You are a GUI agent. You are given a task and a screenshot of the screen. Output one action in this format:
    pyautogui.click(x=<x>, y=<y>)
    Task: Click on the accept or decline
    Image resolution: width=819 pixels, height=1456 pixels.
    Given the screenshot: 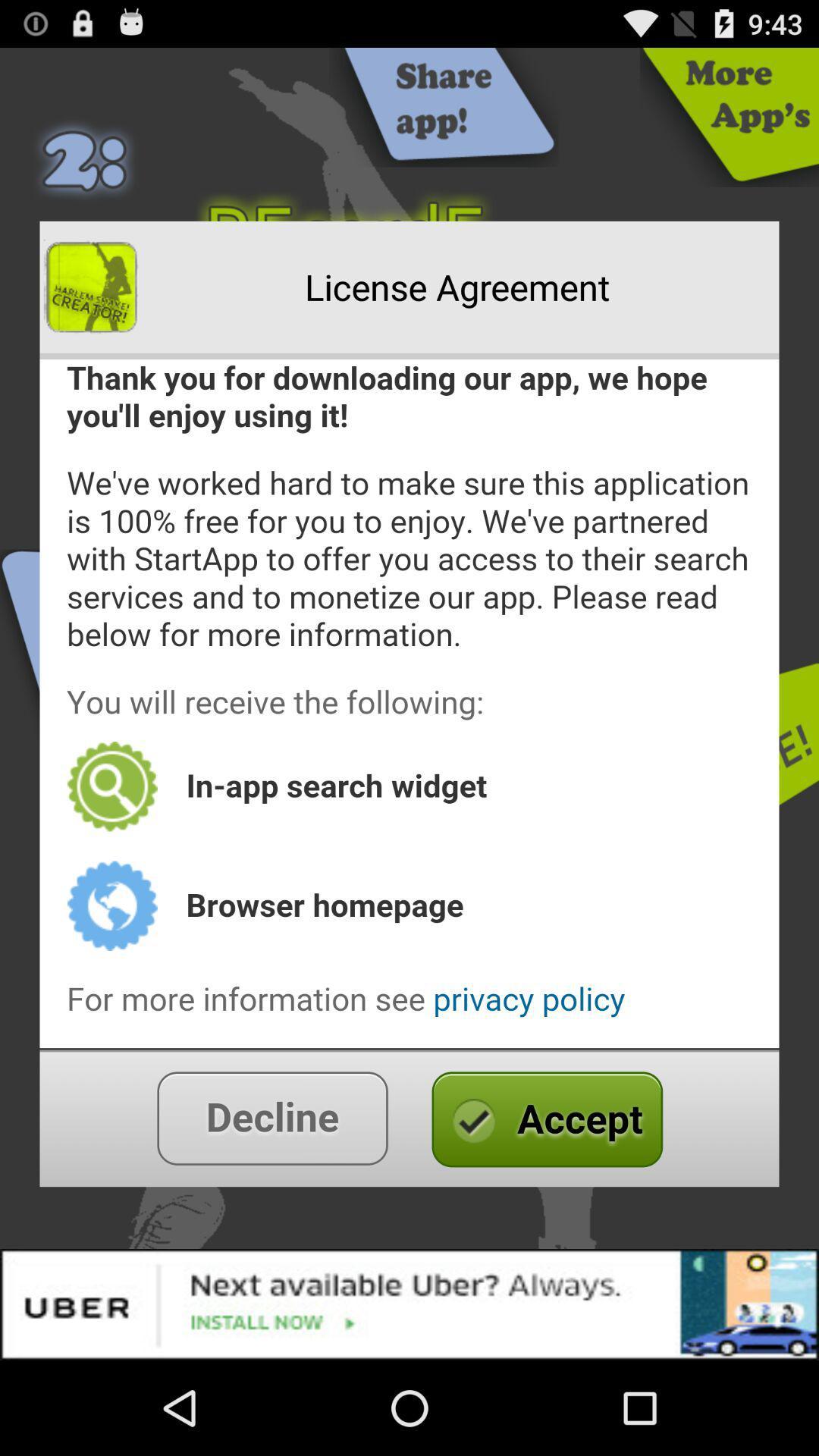 What is the action you would take?
    pyautogui.click(x=409, y=1118)
    